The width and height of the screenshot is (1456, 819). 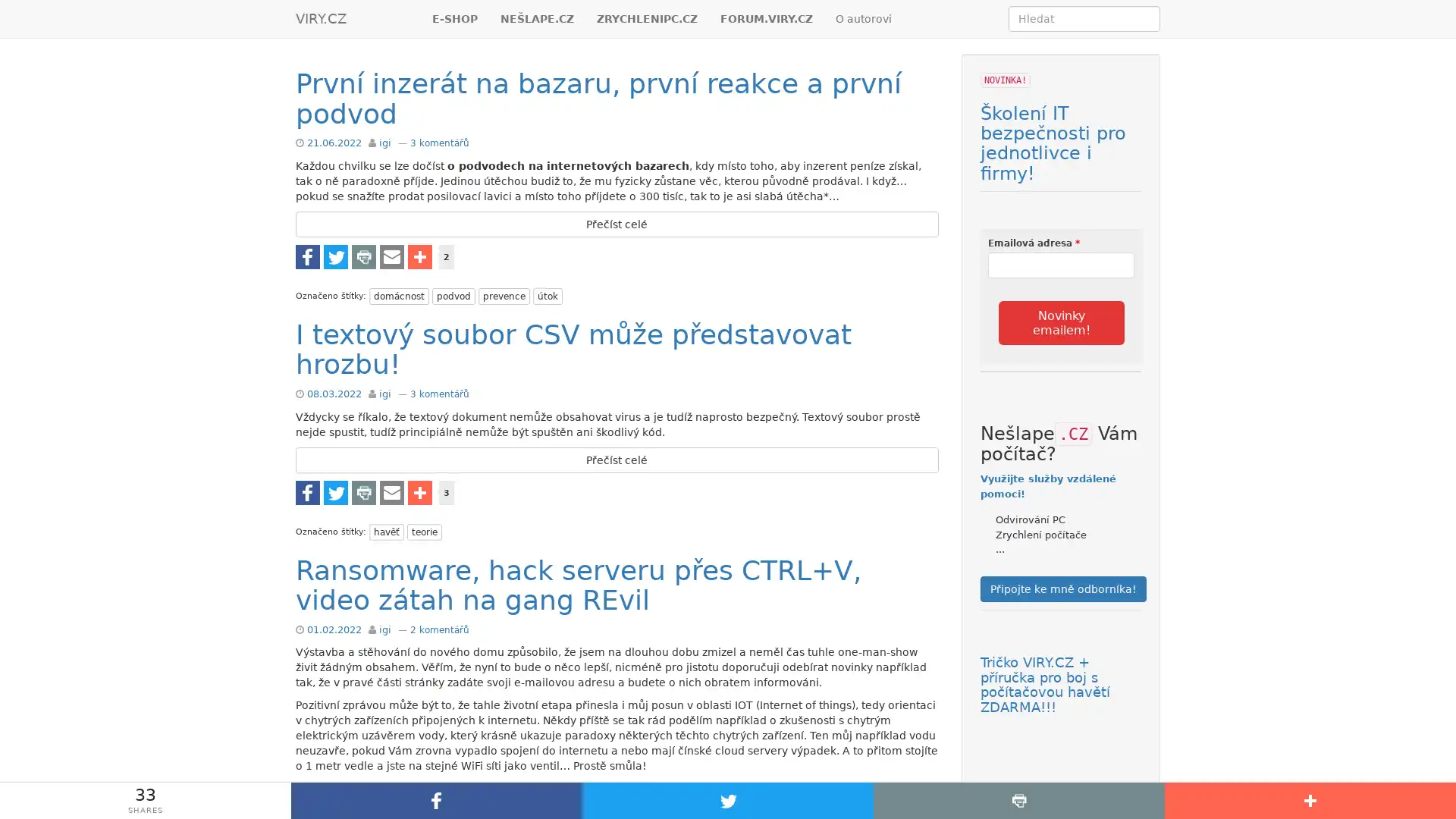 I want to click on Share to Twitter, so click(x=334, y=256).